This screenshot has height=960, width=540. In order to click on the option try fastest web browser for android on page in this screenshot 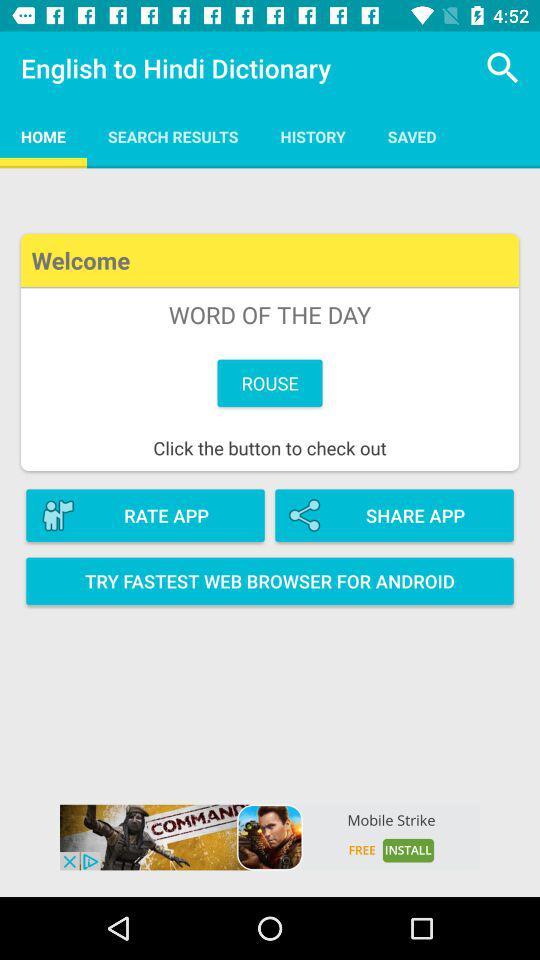, I will do `click(270, 581)`.